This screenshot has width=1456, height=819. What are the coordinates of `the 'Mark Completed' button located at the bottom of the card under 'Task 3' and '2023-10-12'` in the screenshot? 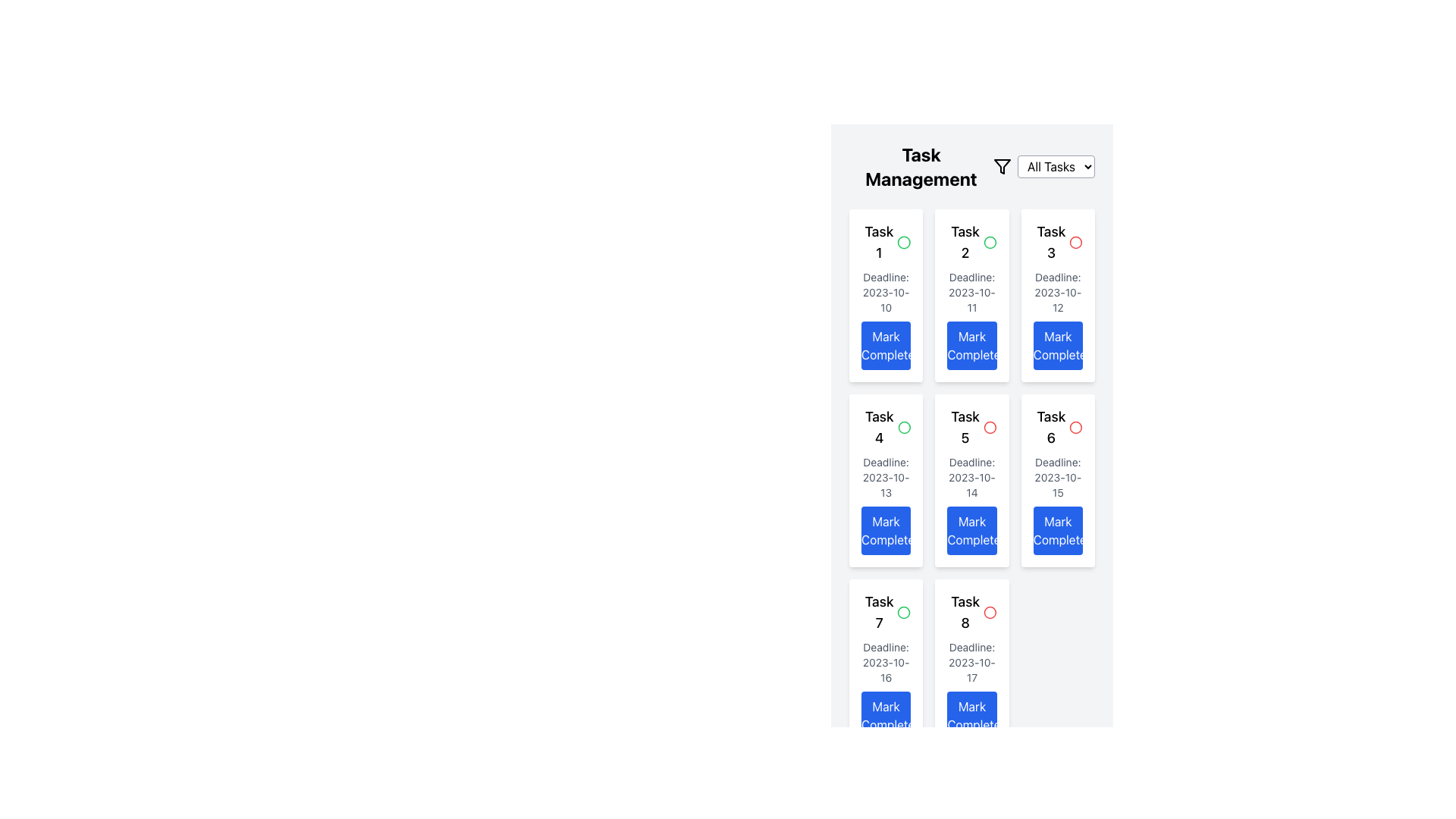 It's located at (1057, 345).